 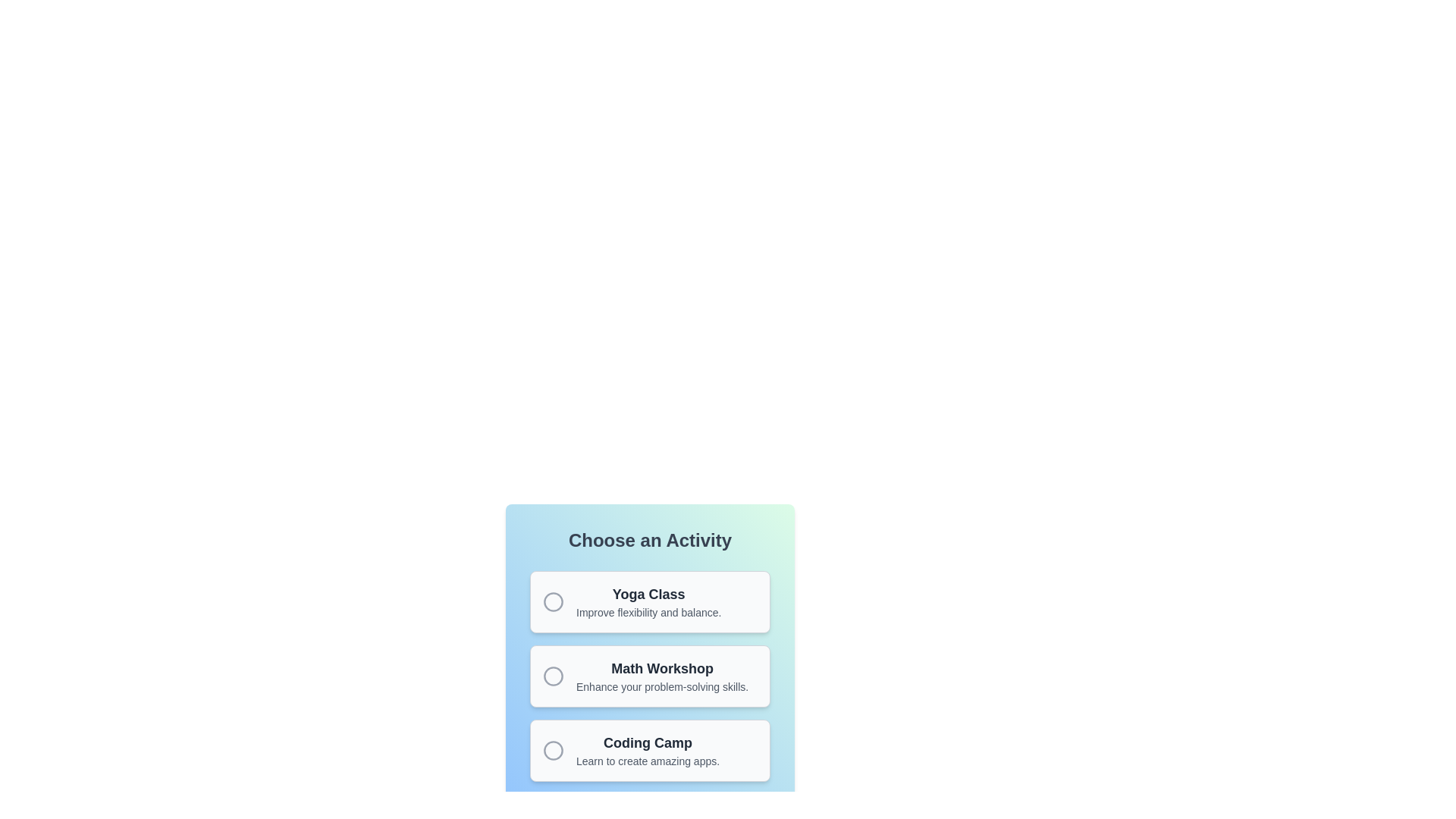 What do you see at coordinates (650, 675) in the screenshot?
I see `the second item` at bounding box center [650, 675].